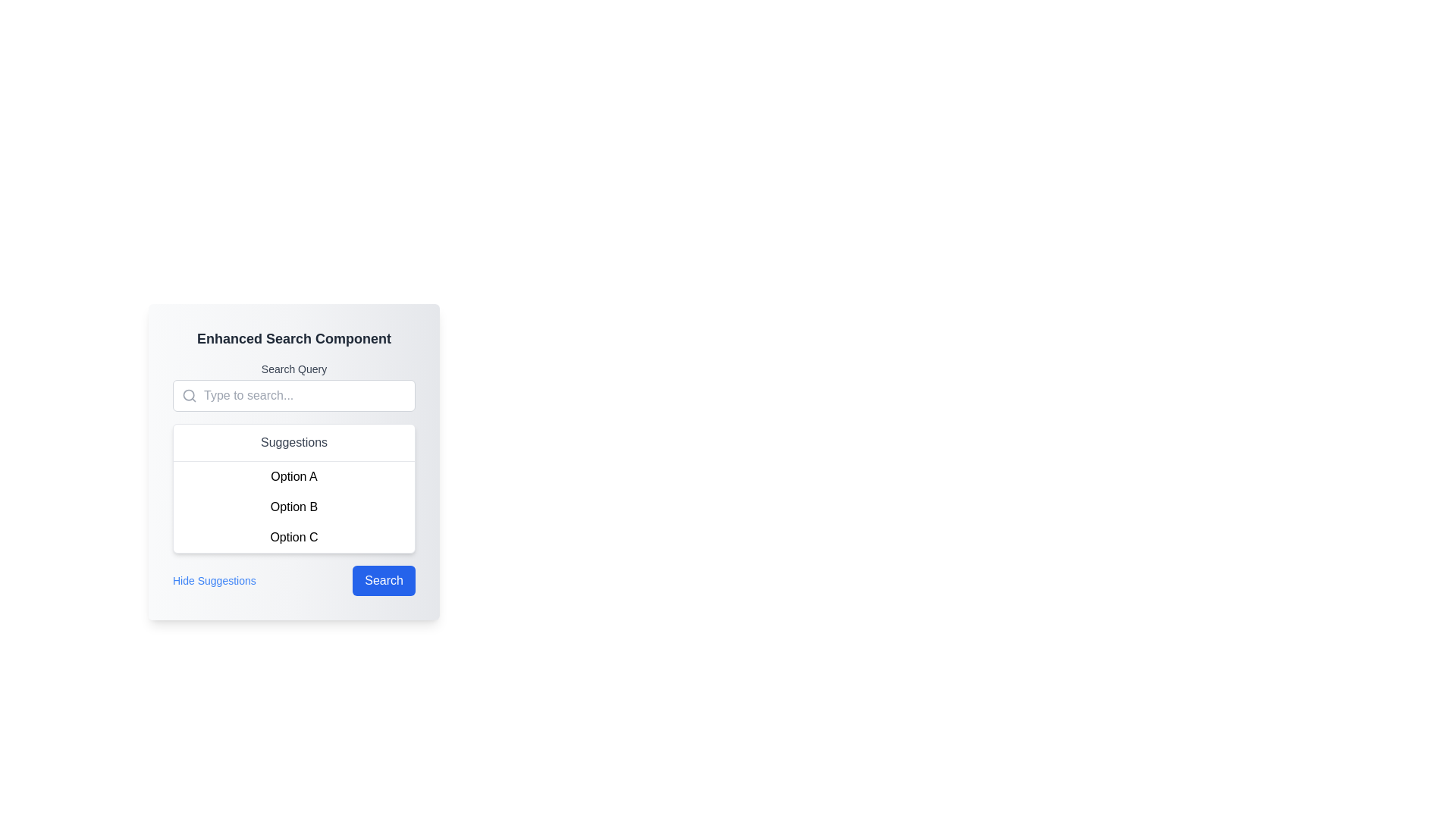 This screenshot has height=819, width=1456. I want to click on the third item in the suggestion list, located below 'Option B', so click(294, 537).